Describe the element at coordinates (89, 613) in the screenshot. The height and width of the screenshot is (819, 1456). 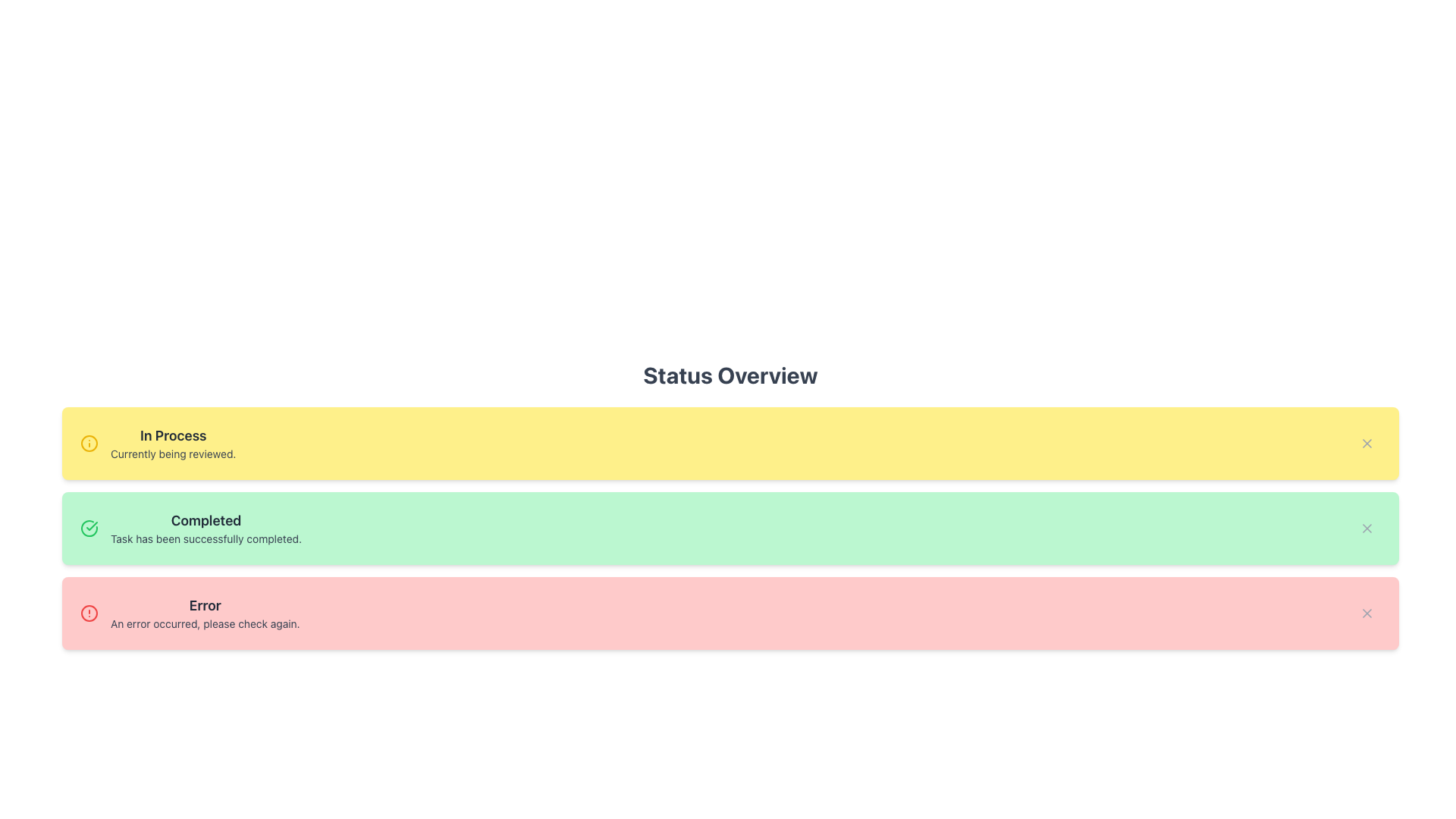
I see `the error or warning icon located at the top-left corner of the red-highlighted error message card, which precedes the text 'Error: An error occurred, please check again.'` at that location.